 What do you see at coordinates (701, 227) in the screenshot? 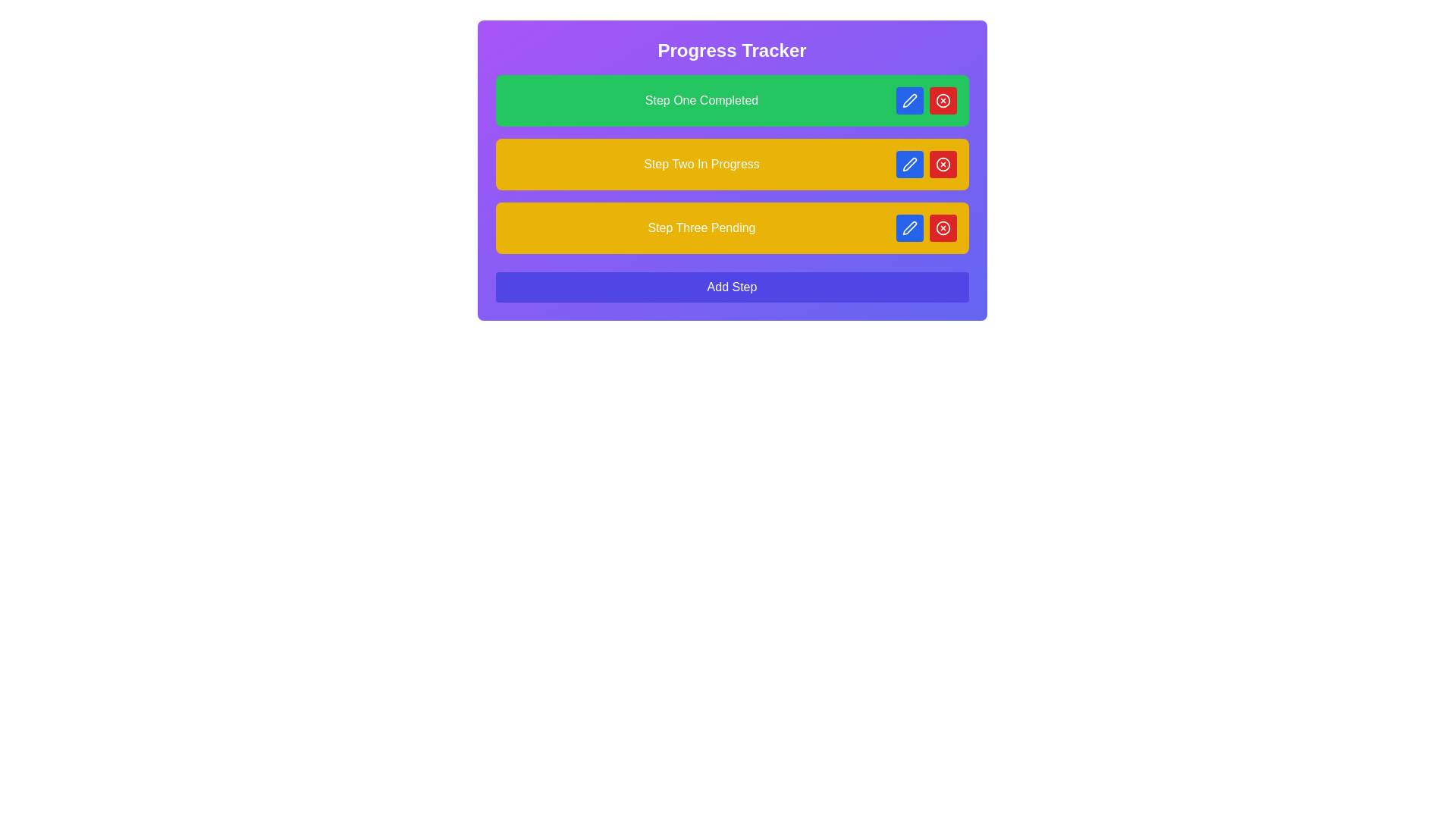
I see `the text label displaying 'Step Three Pending' in the progress tracker interface, which has a bold style and a yellow background` at bounding box center [701, 227].